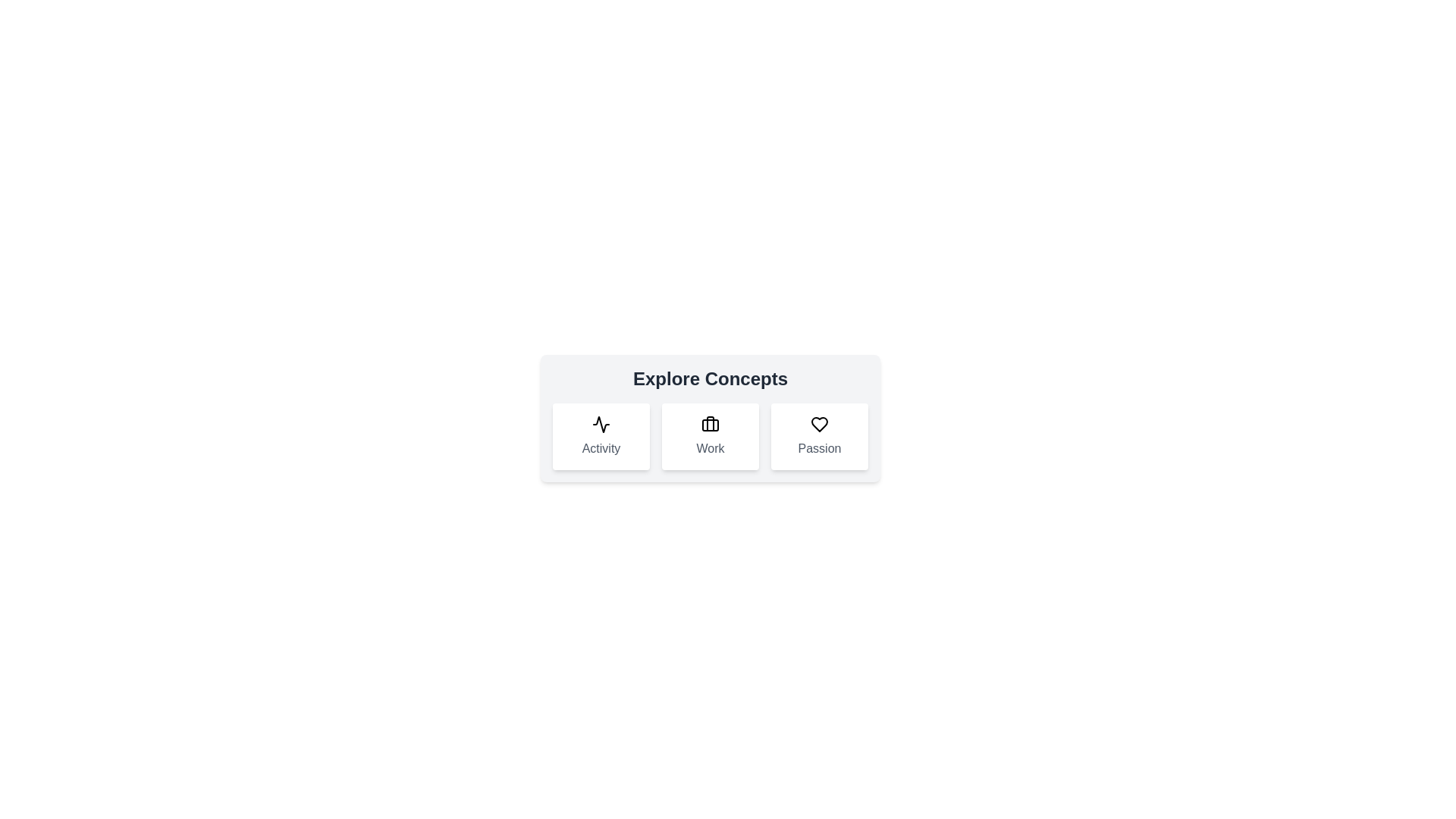  Describe the element at coordinates (818, 424) in the screenshot. I see `the central icon of the third box labeled 'Passion' under the header 'Explore Concepts'` at that location.